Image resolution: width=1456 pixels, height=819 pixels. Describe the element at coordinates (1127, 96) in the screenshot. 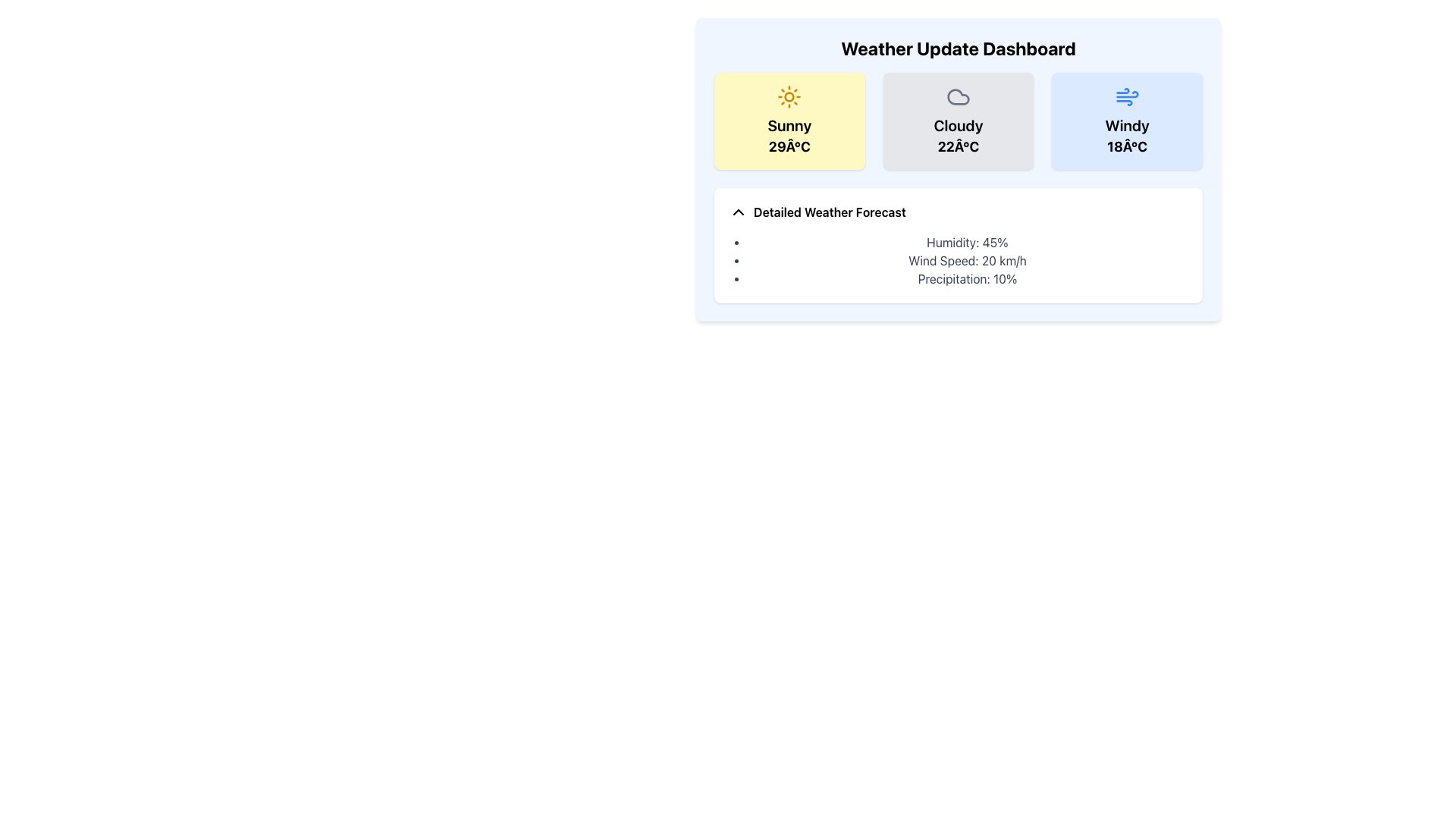

I see `the wind flow icon, which is styled in blue and positioned within the weather card titled 'Windy' located at the top right corner of the dashboard` at that location.